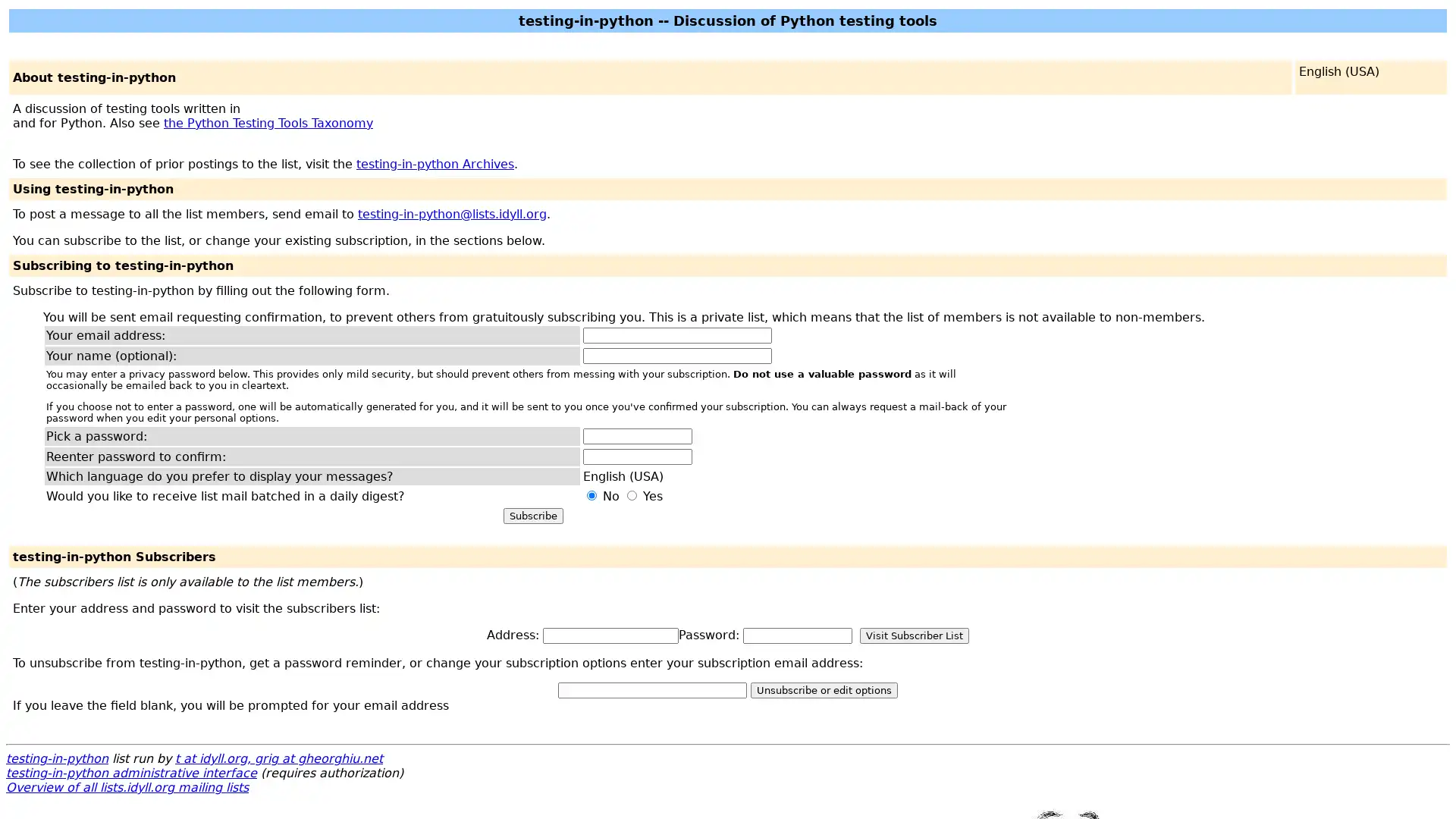 Image resolution: width=1456 pixels, height=819 pixels. What do you see at coordinates (823, 690) in the screenshot?
I see `Unsubscribe or edit options` at bounding box center [823, 690].